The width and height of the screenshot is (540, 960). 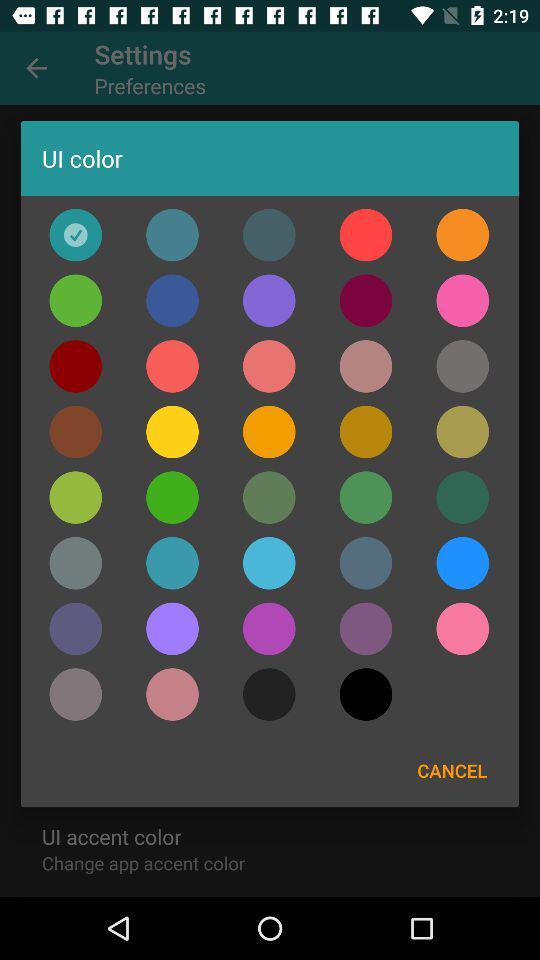 I want to click on color, so click(x=74, y=563).